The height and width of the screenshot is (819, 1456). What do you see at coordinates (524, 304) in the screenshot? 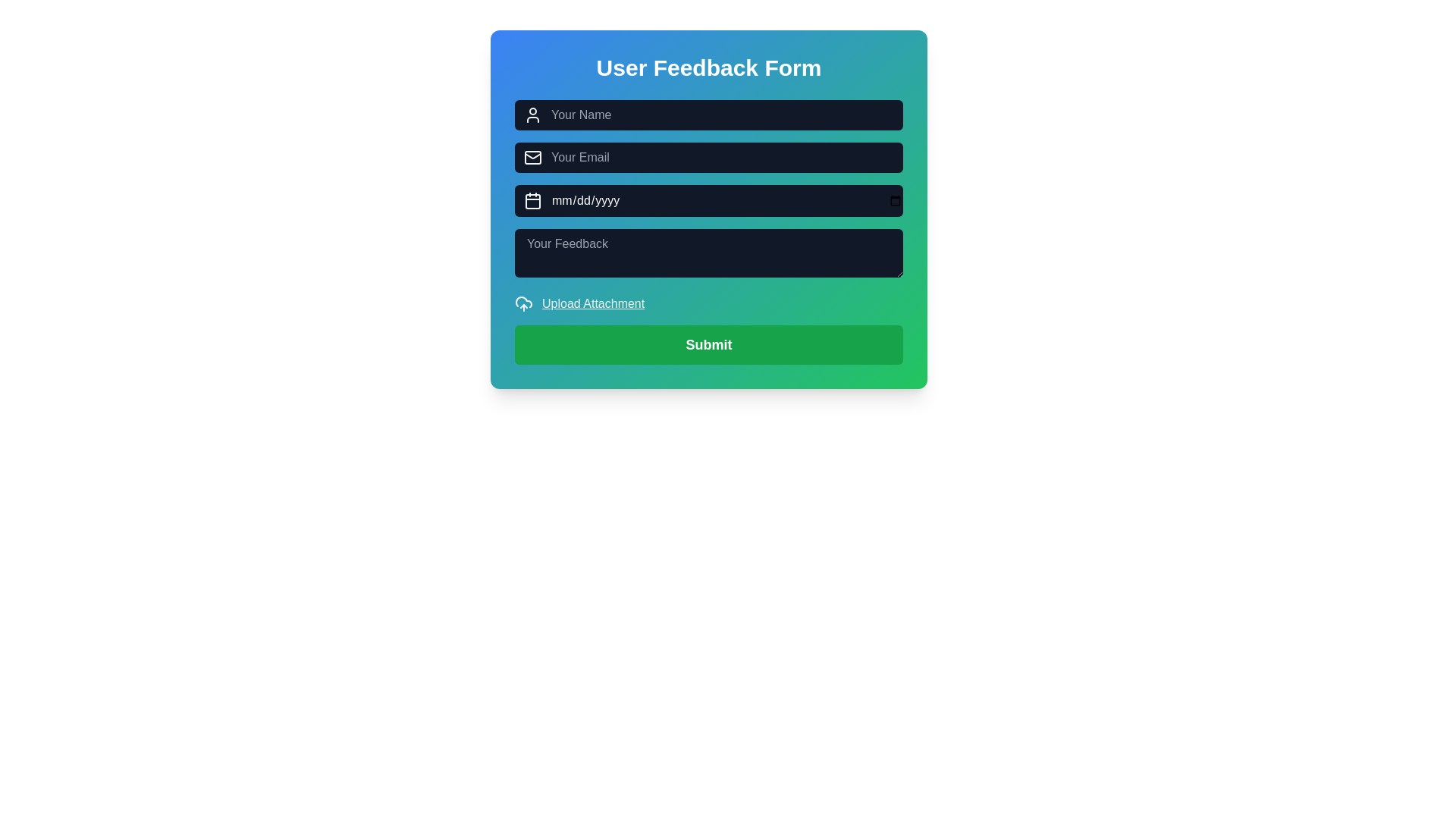
I see `the upload file icon located to the left of the 'Upload Attachment' link within the upload section of the form` at bounding box center [524, 304].